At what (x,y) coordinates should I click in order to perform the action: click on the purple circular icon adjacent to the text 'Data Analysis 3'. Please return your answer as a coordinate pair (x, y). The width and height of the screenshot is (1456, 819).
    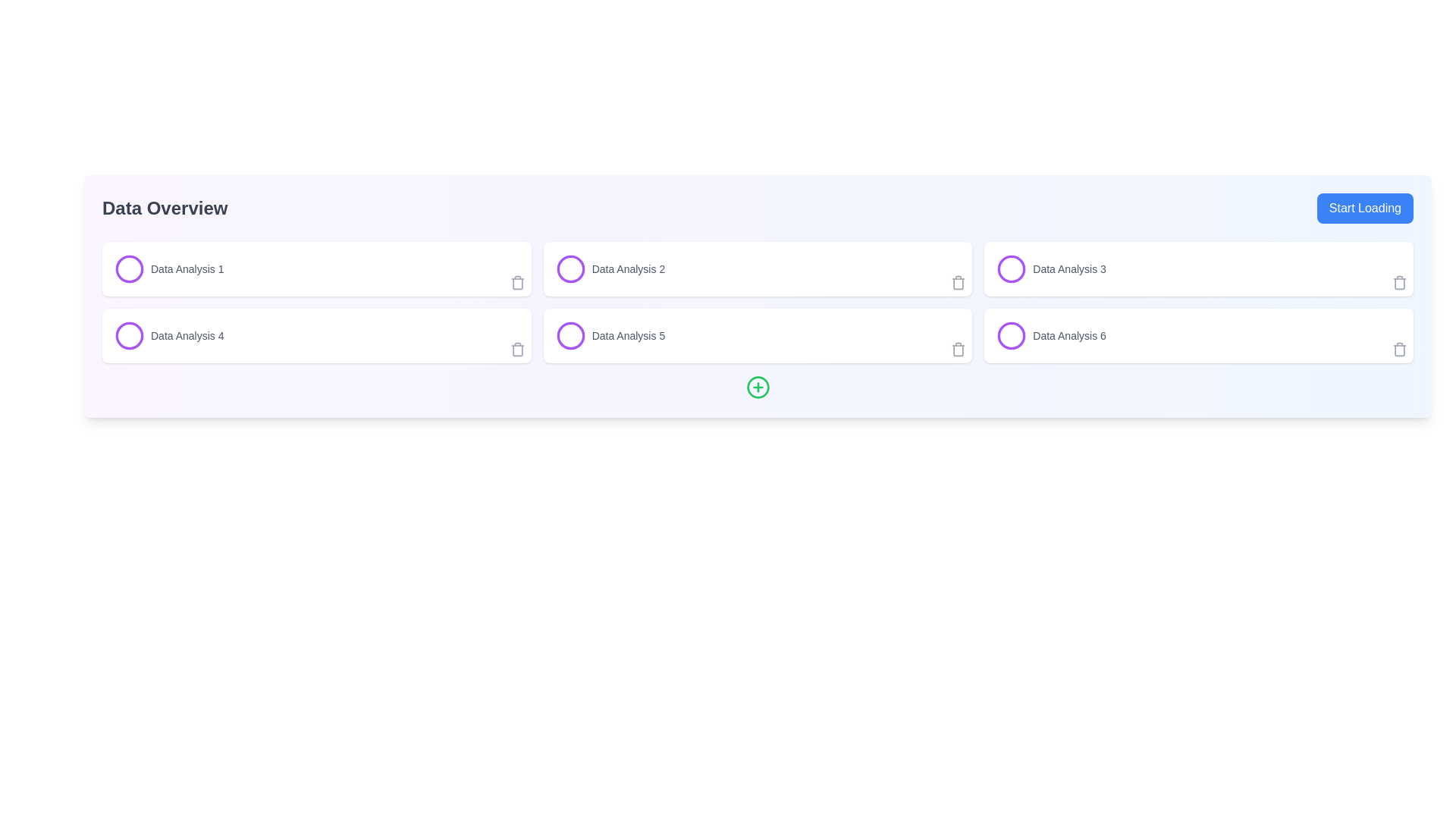
    Looking at the image, I should click on (1012, 268).